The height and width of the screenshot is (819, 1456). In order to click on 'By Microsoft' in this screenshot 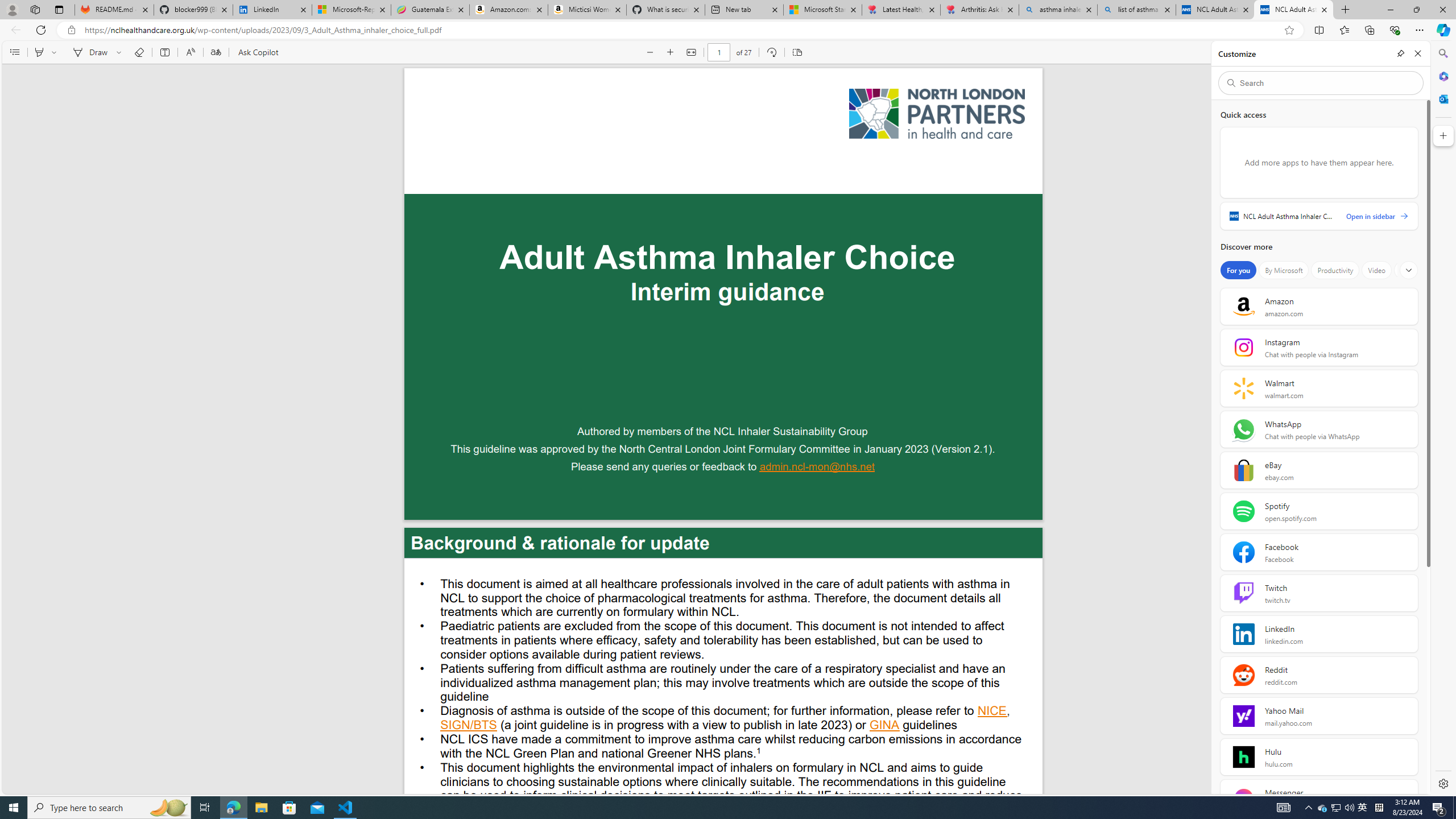, I will do `click(1283, 270)`.